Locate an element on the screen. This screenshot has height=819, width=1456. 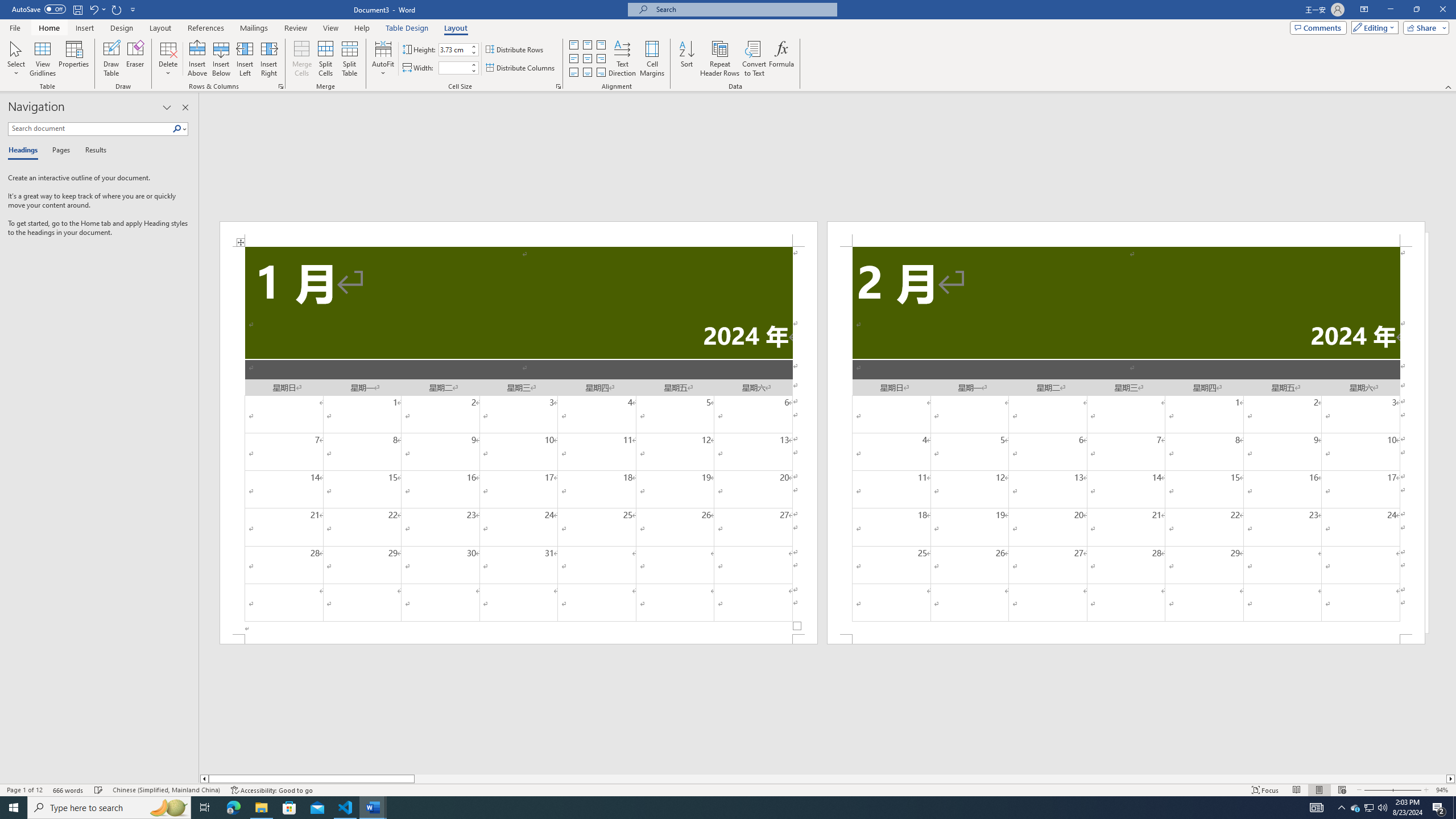
'Footer -Section 2-' is located at coordinates (1126, 638).